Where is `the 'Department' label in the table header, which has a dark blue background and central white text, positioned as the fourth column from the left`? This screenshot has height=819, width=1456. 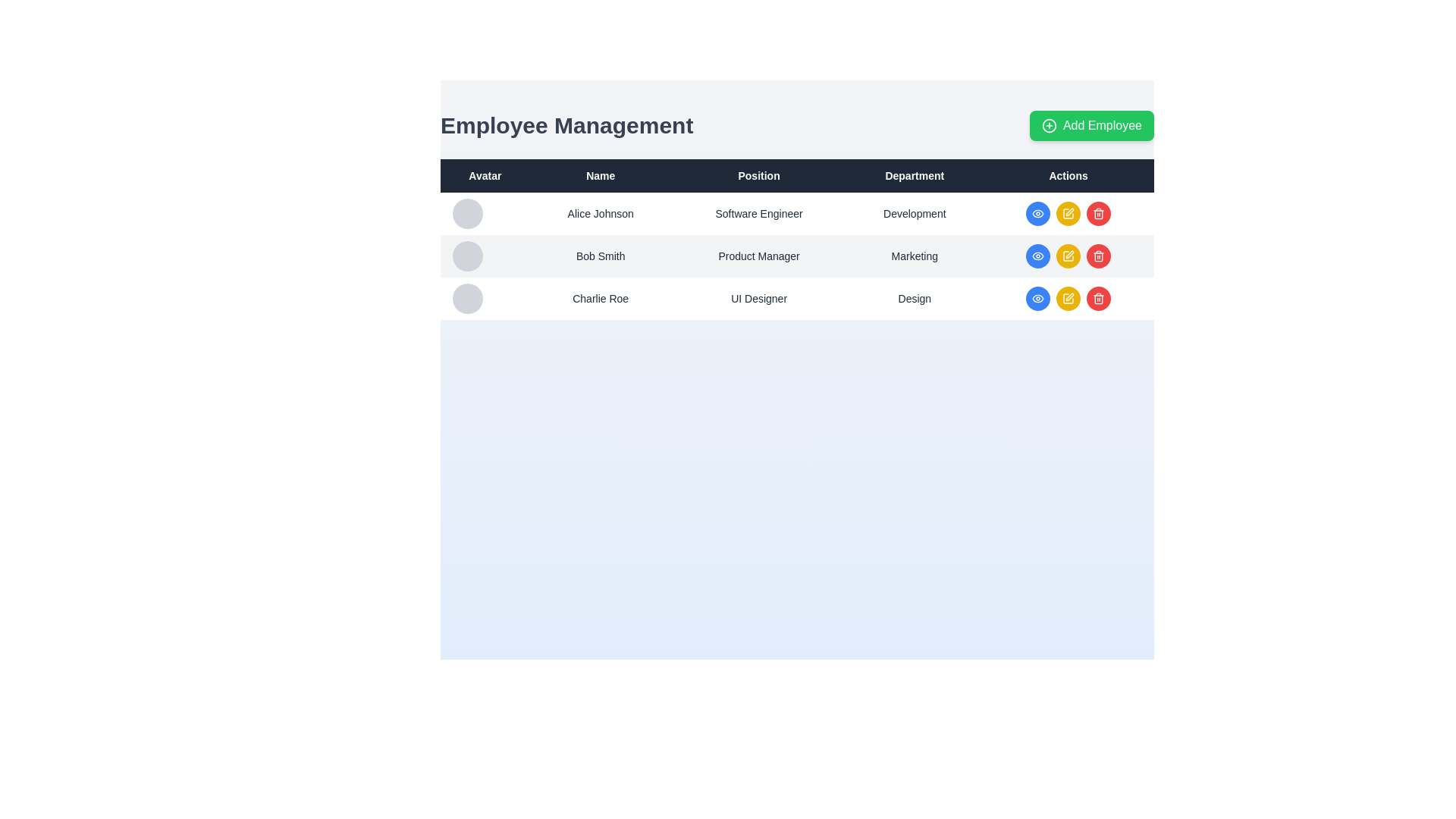 the 'Department' label in the table header, which has a dark blue background and central white text, positioned as the fourth column from the left is located at coordinates (914, 174).